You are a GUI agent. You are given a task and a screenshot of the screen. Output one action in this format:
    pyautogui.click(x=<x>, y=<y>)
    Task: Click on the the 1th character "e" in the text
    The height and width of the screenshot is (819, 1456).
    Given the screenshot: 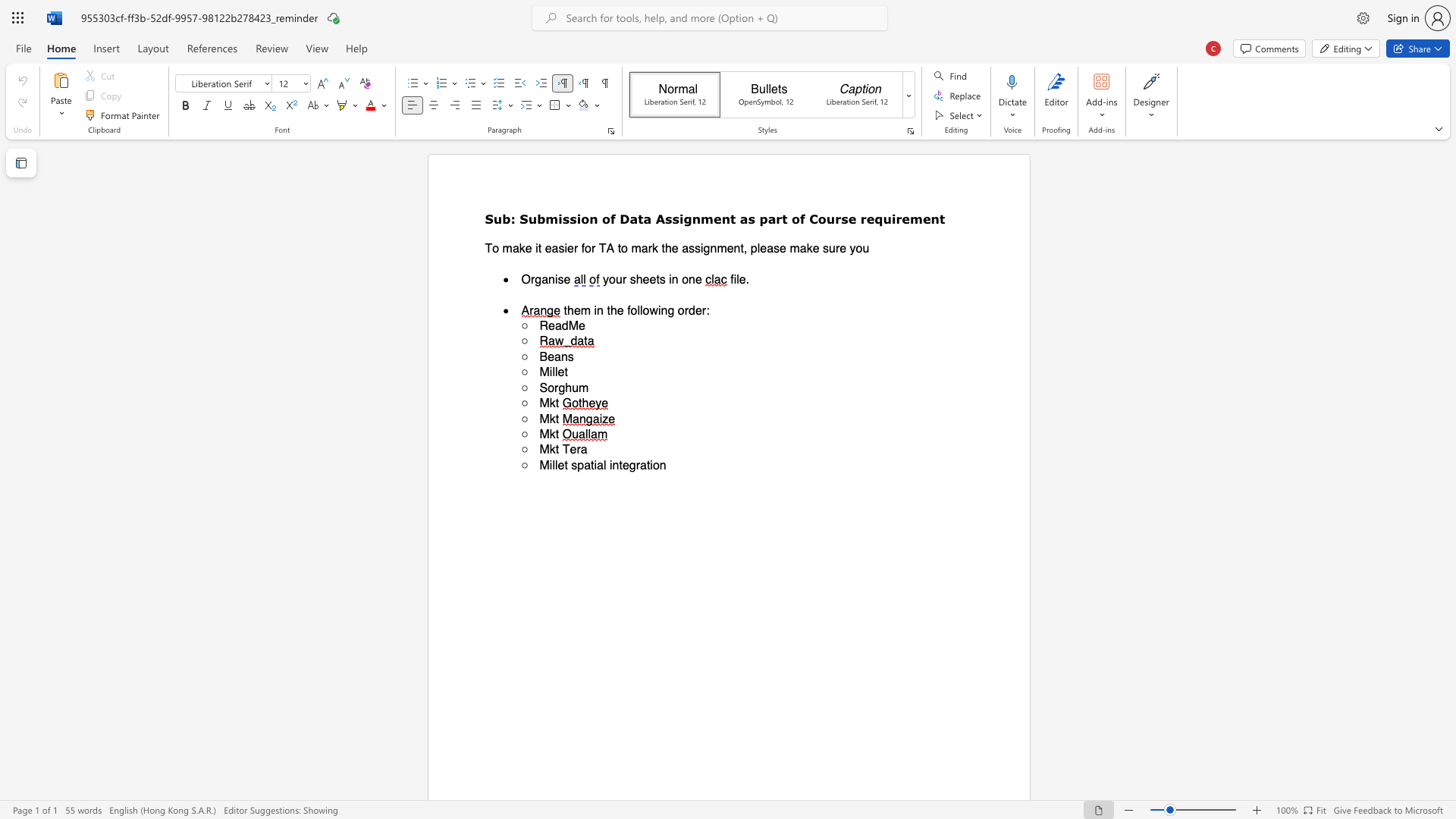 What is the action you would take?
    pyautogui.click(x=646, y=279)
    